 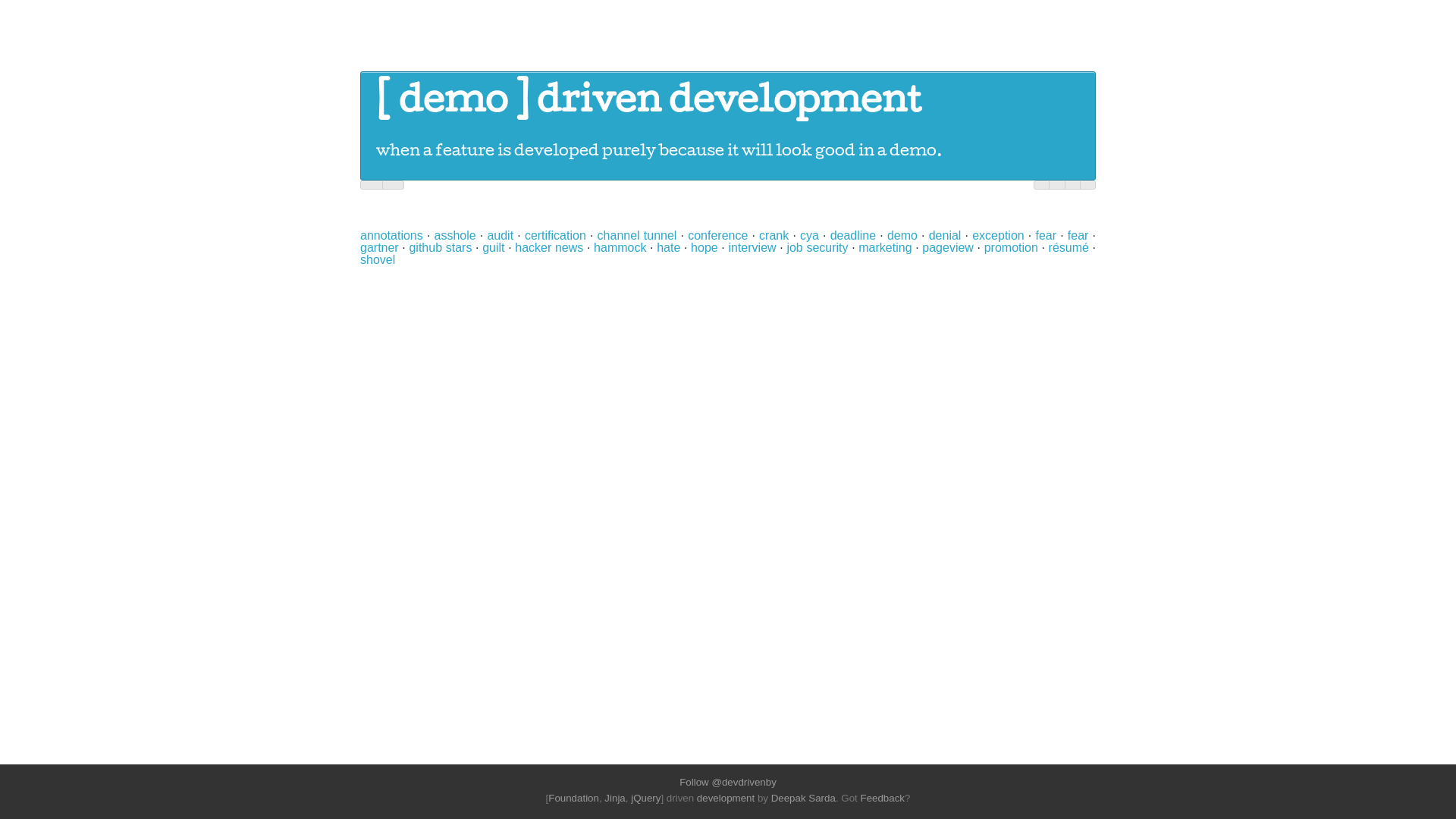 I want to click on 'certification', so click(x=524, y=235).